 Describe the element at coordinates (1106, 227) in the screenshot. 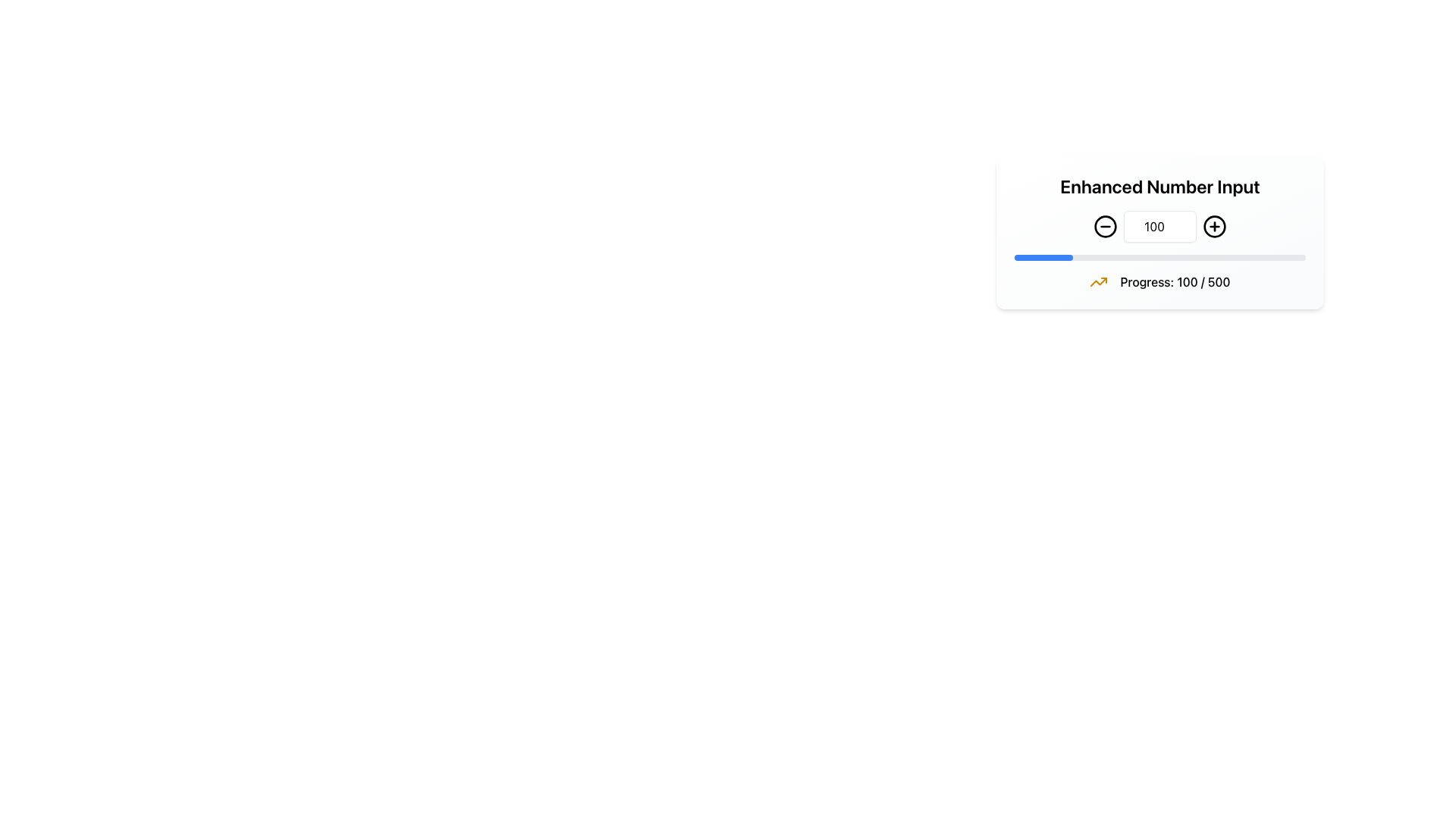

I see `the circular icon button with a minus symbol, which is part of a numeric input interface` at that location.